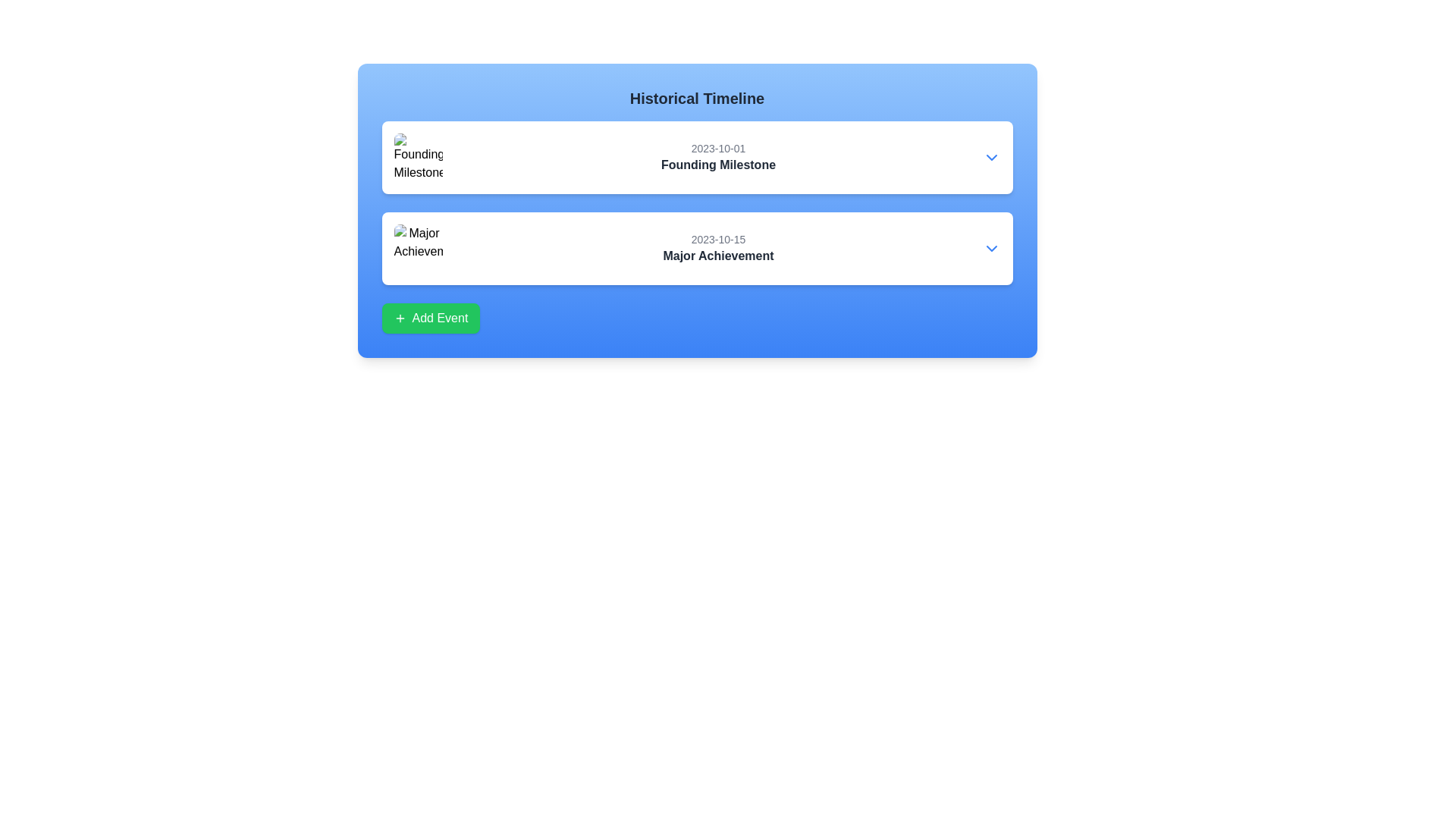 This screenshot has height=819, width=1456. Describe the element at coordinates (717, 256) in the screenshot. I see `the text label representing a milestone or event title in the timeline interface, located below the date '2023-10-15'` at that location.